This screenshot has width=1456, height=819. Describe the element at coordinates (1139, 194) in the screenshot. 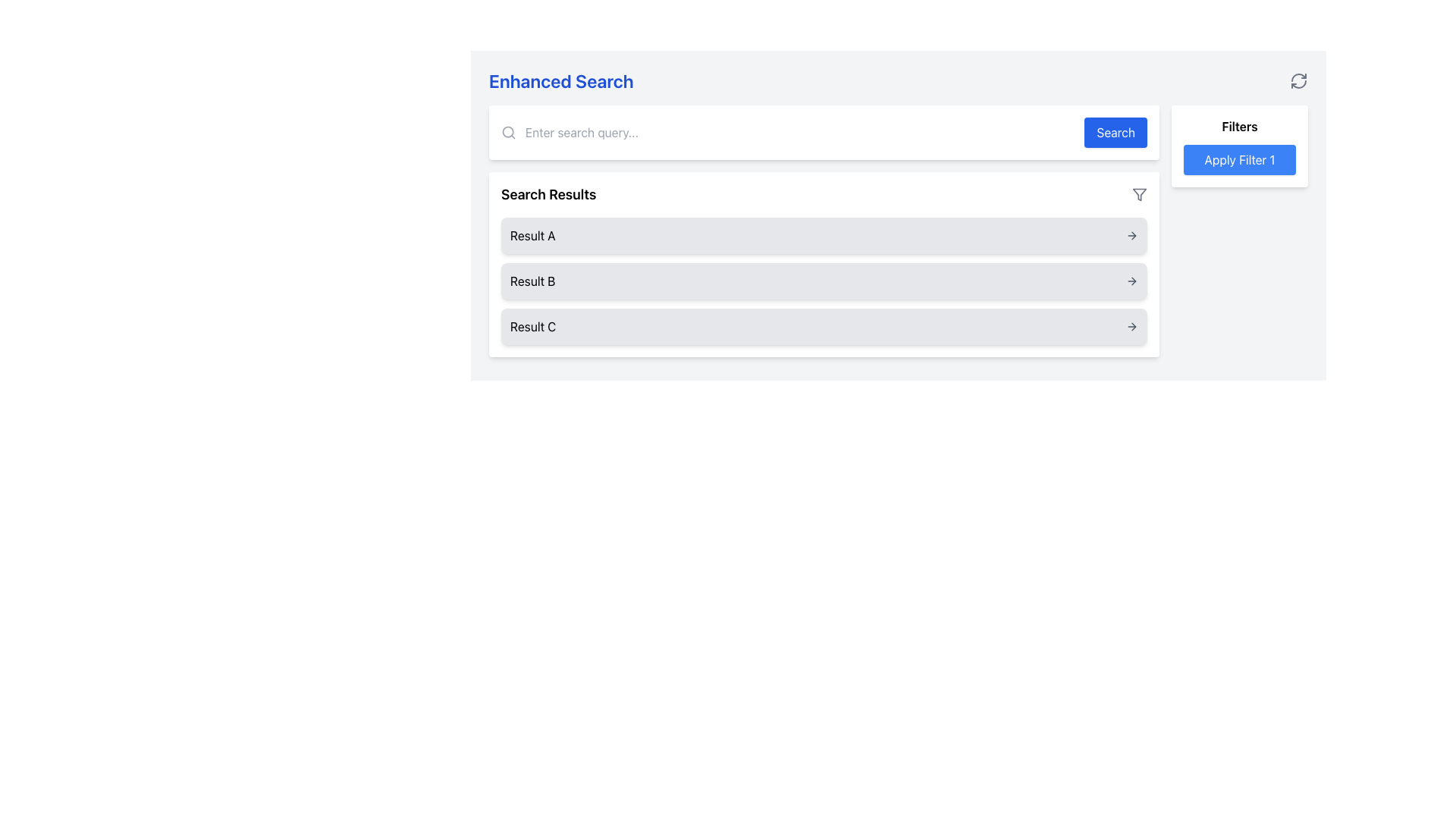

I see `triangular filter icon located in the upper-right corner of the 'Search Results' section for visual clarity` at that location.